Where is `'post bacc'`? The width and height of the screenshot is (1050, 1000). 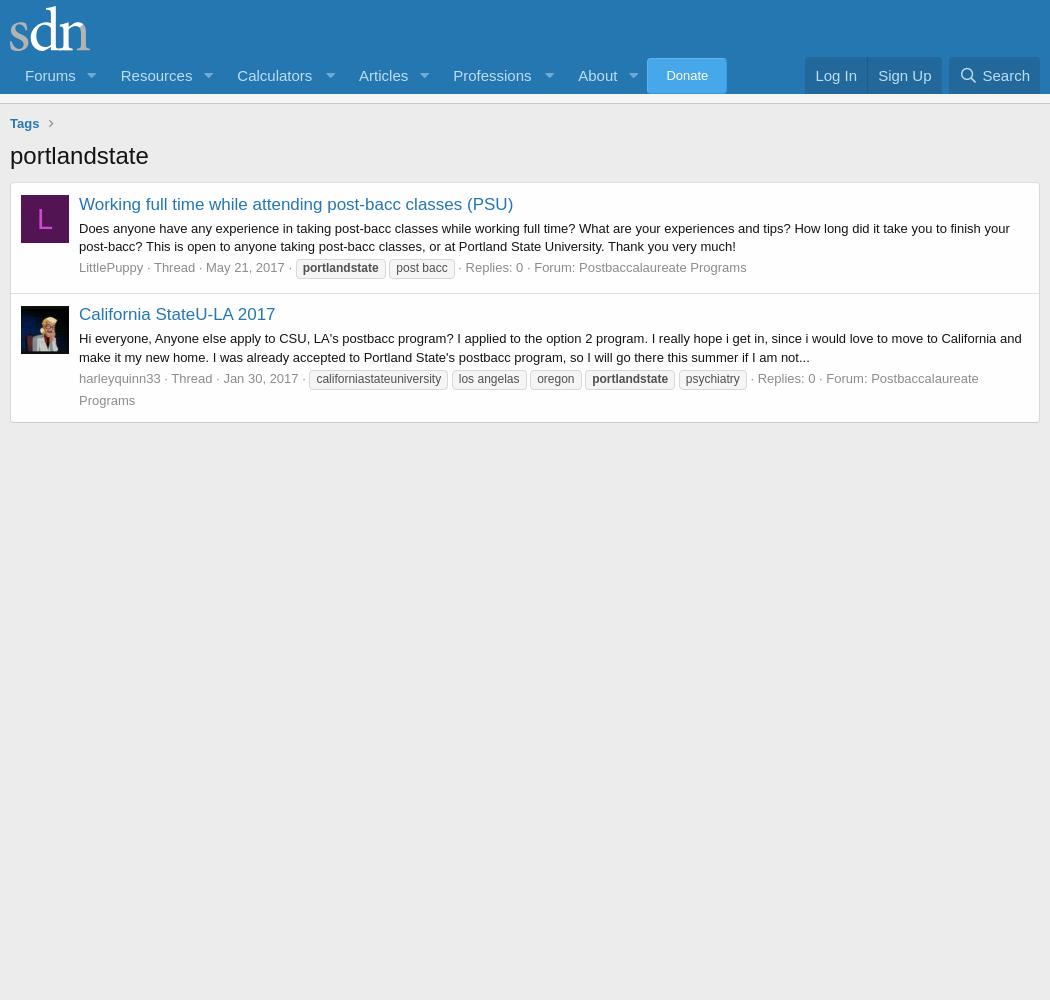
'post bacc' is located at coordinates (420, 268).